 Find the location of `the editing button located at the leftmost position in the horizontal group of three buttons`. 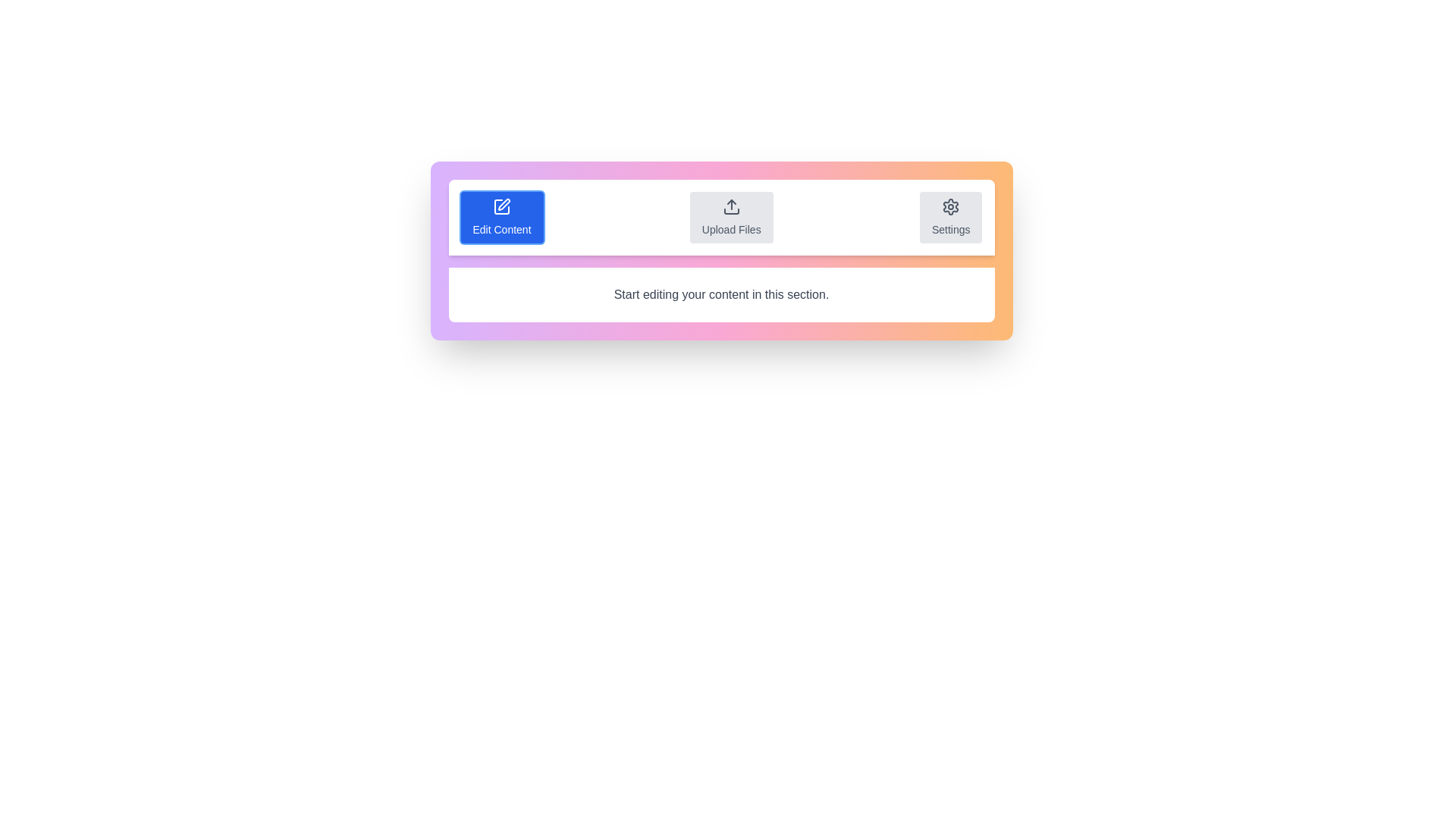

the editing button located at the leftmost position in the horizontal group of three buttons is located at coordinates (502, 217).